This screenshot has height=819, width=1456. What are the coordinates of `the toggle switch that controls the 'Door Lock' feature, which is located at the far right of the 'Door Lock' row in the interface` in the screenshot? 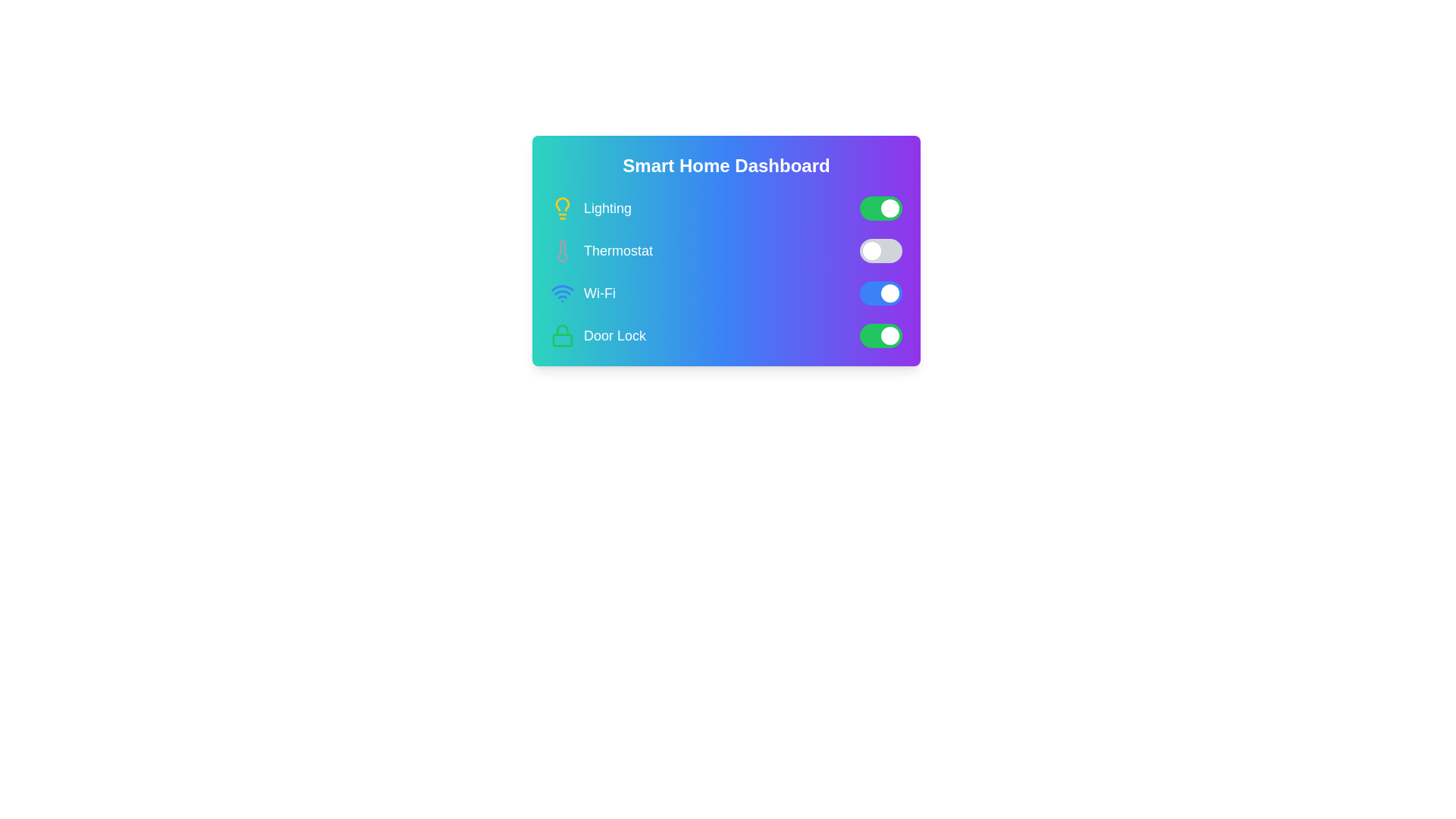 It's located at (880, 335).